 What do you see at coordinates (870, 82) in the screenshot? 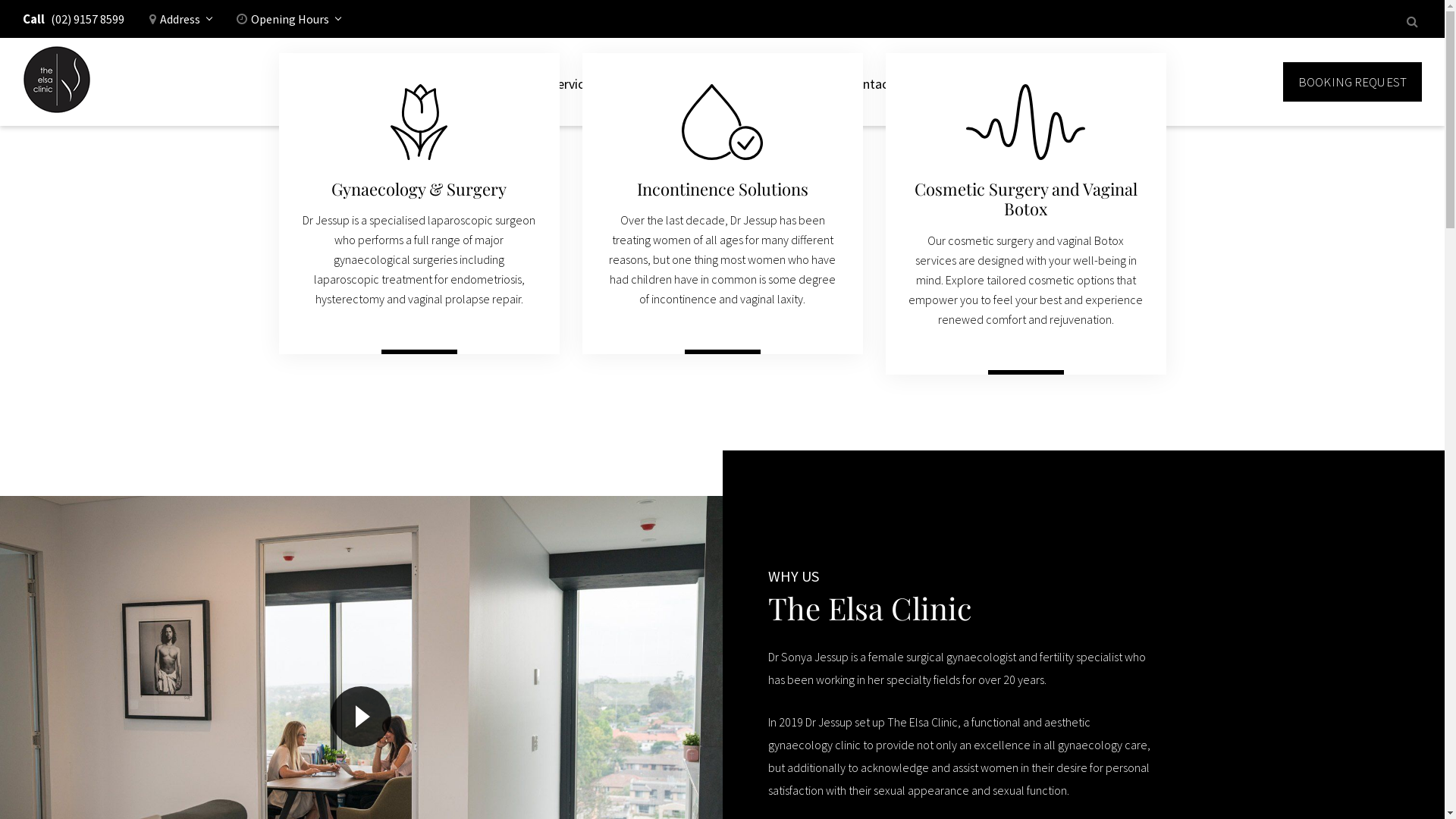
I see `'Contact'` at bounding box center [870, 82].